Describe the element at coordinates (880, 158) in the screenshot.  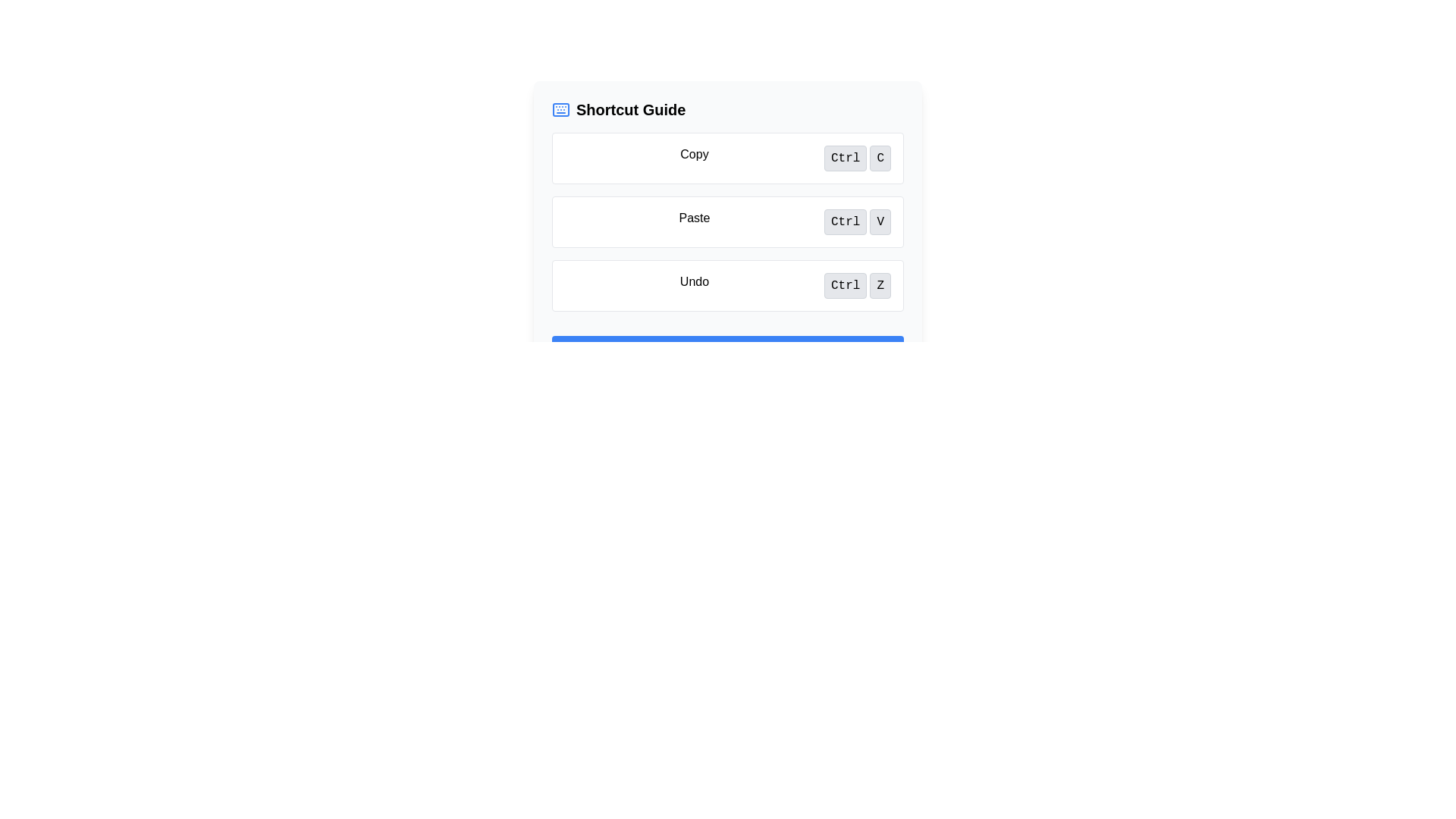
I see `the text label styled as a button containing the letter 'C', which is visually consistent with other key-like elements and located in the top row among keyboard shortcuts, specifically in the rightmost position next to 'Ctrl'` at that location.